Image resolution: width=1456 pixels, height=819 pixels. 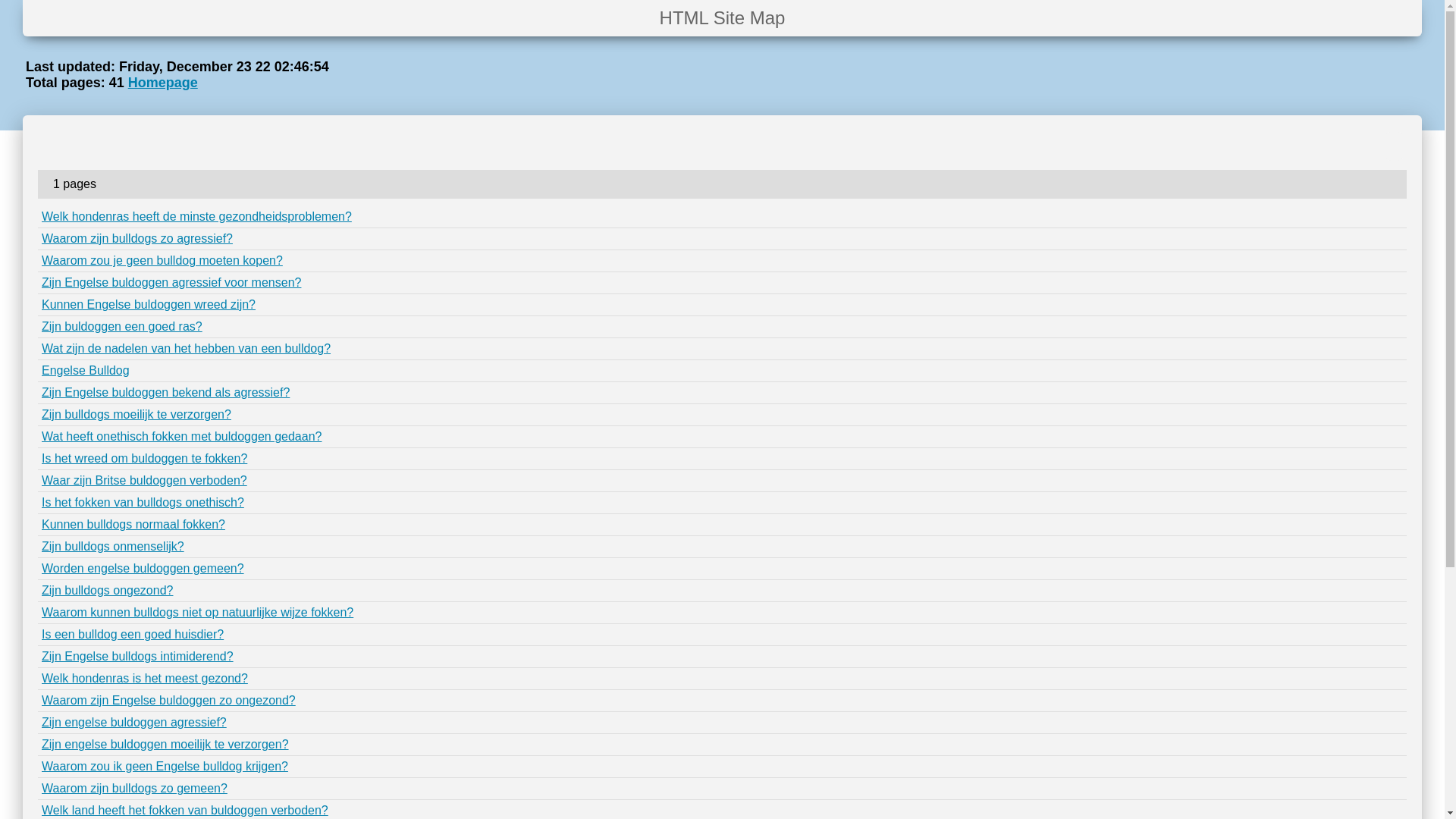 What do you see at coordinates (162, 259) in the screenshot?
I see `'Waarom zou je geen bulldog moeten kopen?'` at bounding box center [162, 259].